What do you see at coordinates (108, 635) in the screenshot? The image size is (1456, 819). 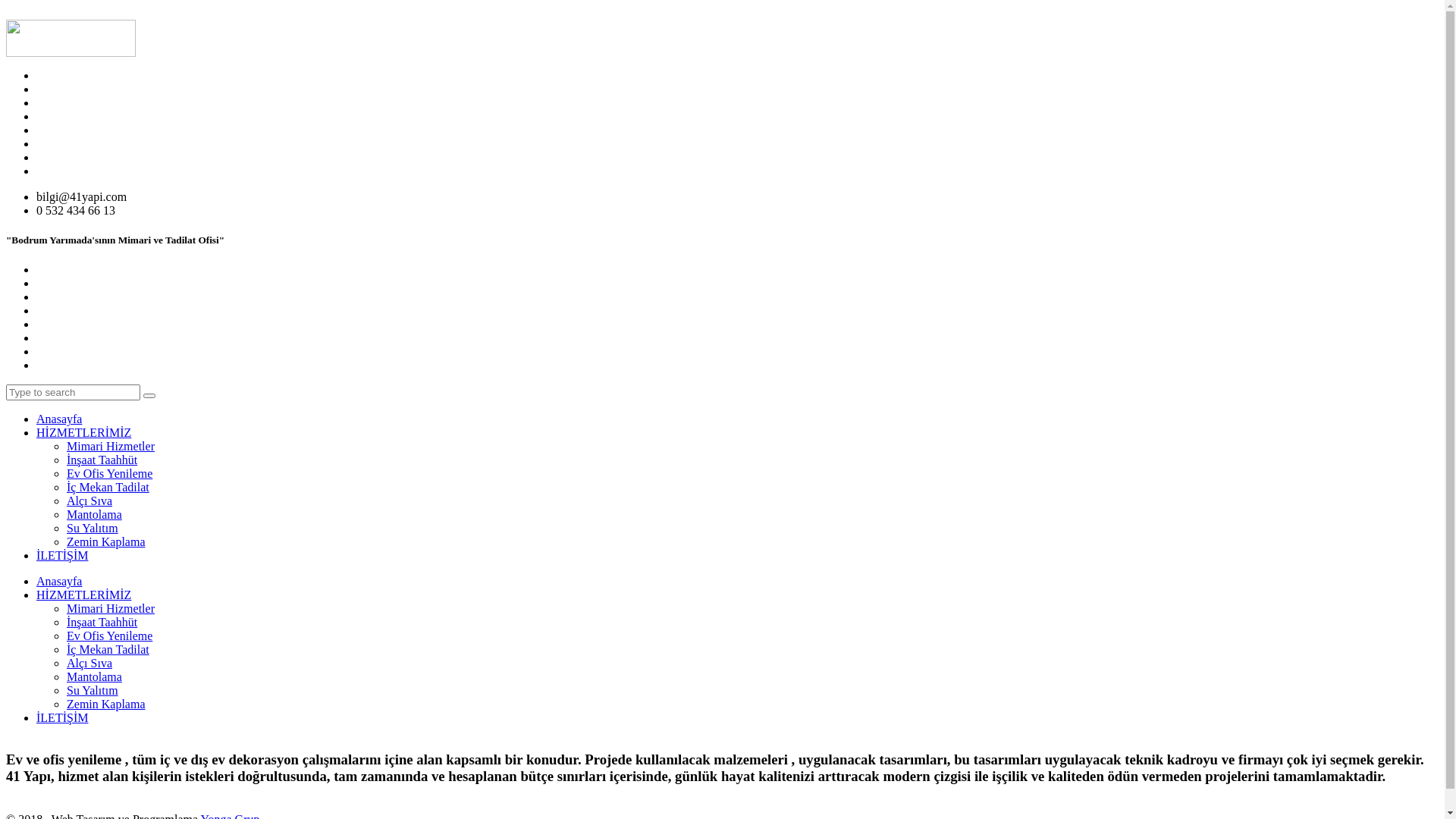 I see `'Ev Ofis Yenileme'` at bounding box center [108, 635].